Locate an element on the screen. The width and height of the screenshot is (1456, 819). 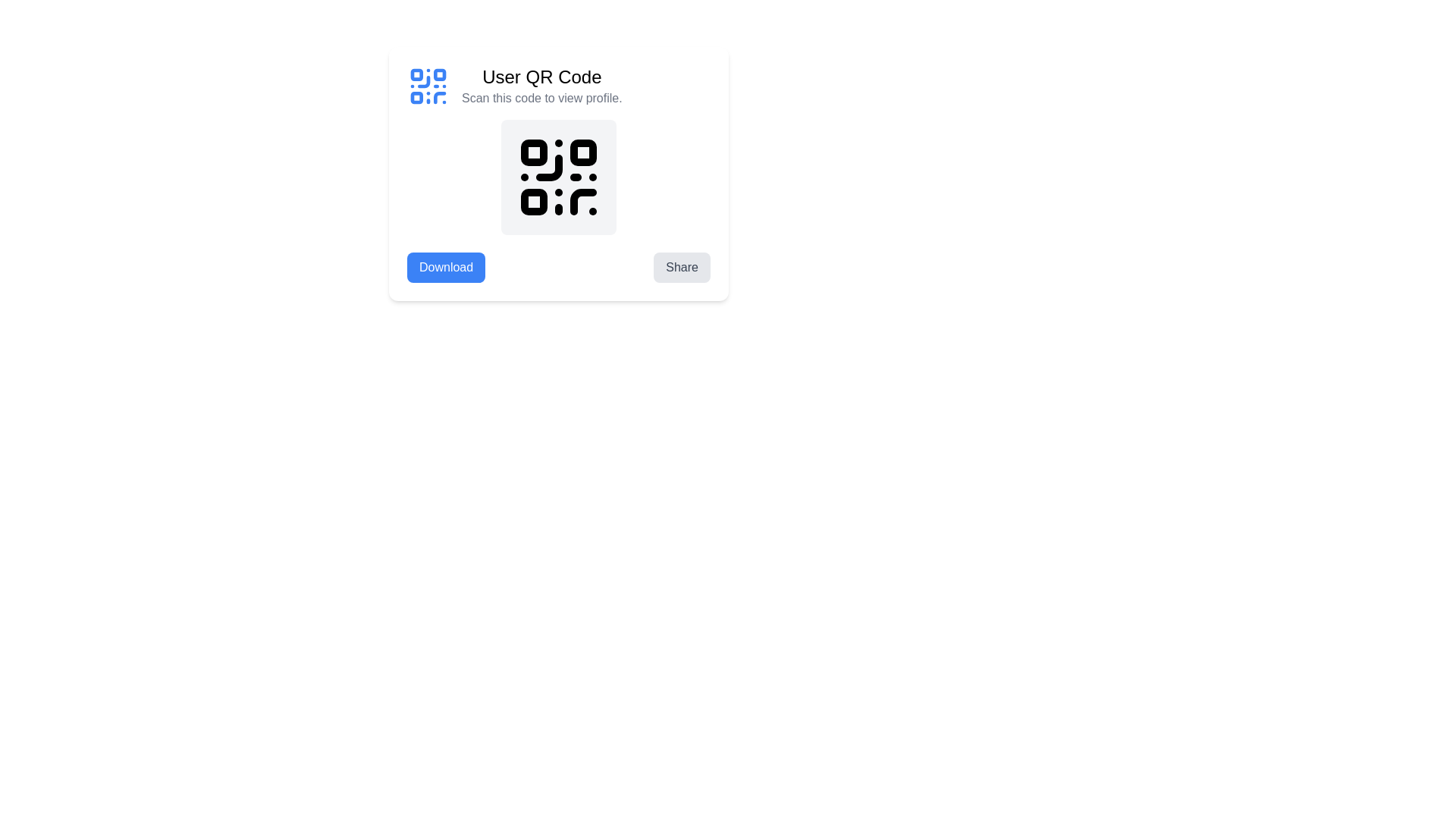
the share button located at the bottom-right side of the card layout is located at coordinates (681, 267).